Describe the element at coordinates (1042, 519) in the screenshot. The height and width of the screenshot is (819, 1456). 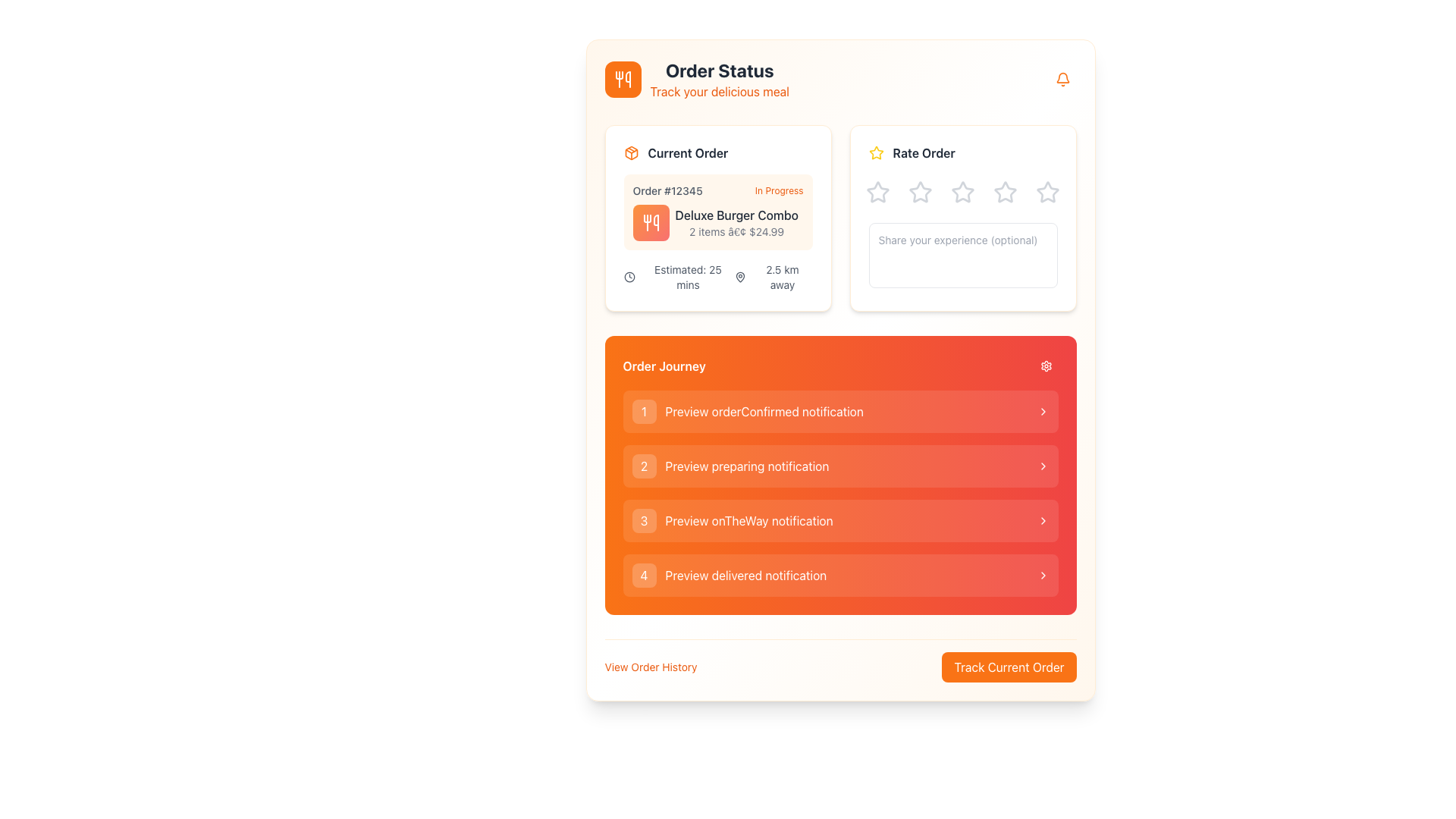
I see `the right-facing chevron icon, which is the last element in the 'Order Journey' section` at that location.